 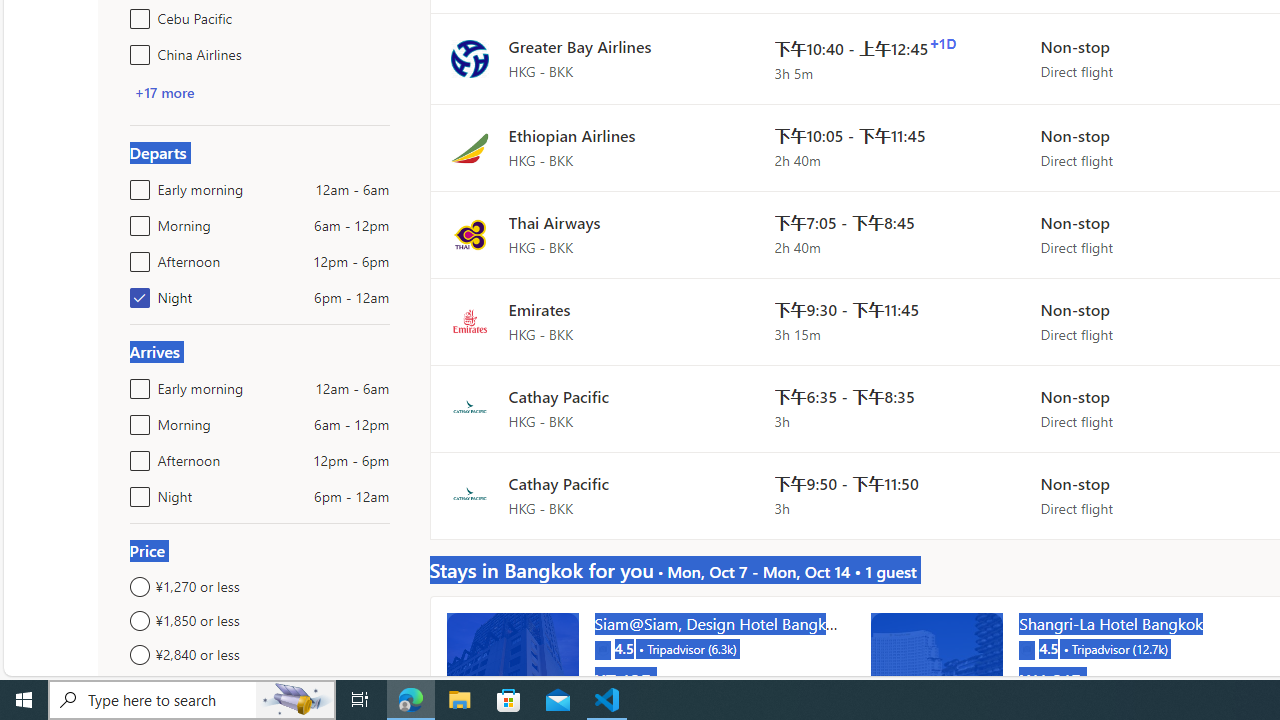 I want to click on '+17 more', so click(x=164, y=92).